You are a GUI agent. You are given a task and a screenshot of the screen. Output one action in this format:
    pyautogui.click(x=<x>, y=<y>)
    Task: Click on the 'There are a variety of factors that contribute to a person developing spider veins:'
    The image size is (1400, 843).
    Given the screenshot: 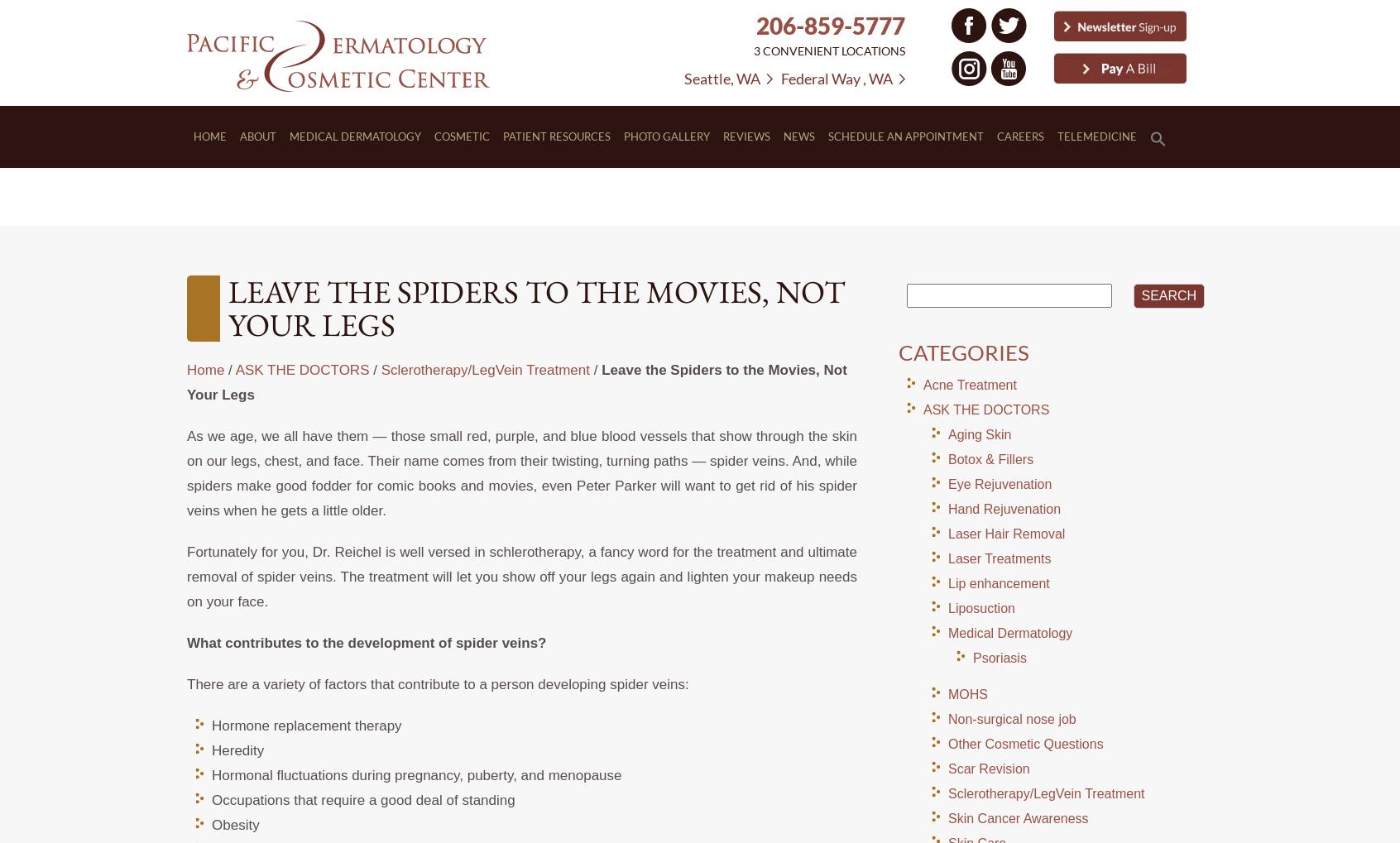 What is the action you would take?
    pyautogui.click(x=437, y=684)
    